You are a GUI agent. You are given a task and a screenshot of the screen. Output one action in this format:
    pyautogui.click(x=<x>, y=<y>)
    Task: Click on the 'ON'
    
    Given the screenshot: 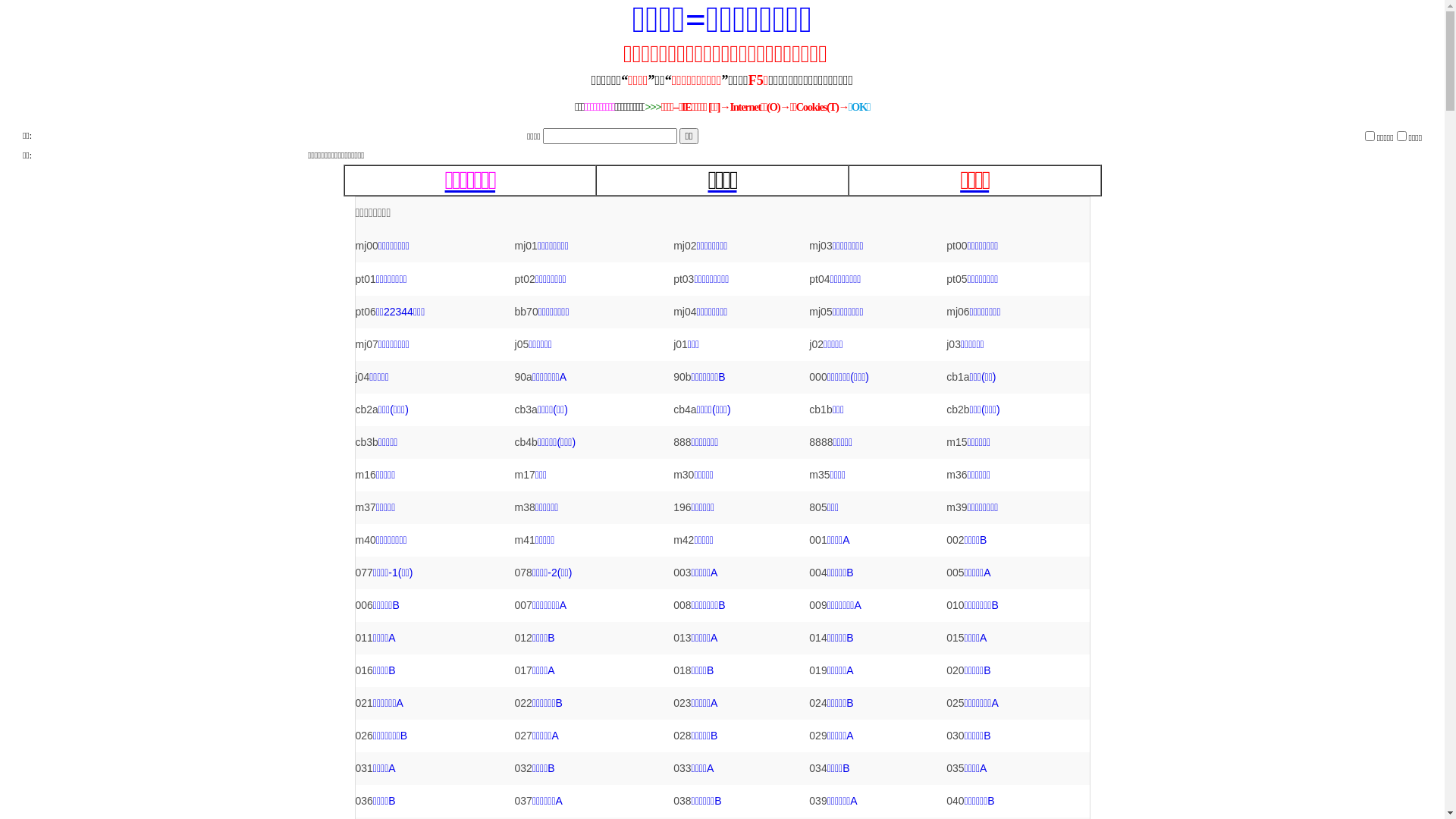 What is the action you would take?
    pyautogui.click(x=1401, y=134)
    